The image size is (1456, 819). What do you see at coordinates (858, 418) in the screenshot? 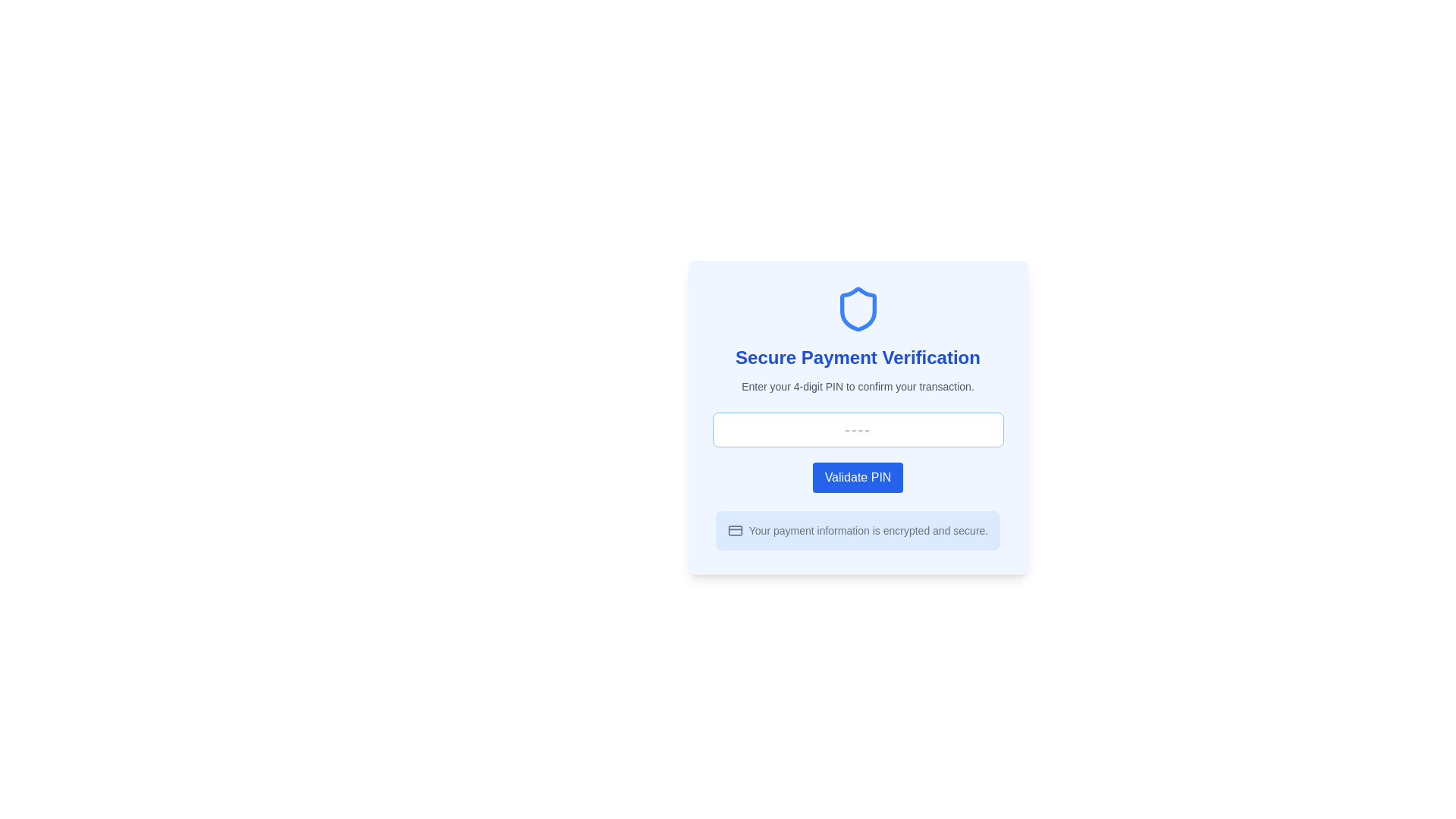
I see `the PIN input field located under the heading 'Secure Payment Verification' to focus on it` at bounding box center [858, 418].